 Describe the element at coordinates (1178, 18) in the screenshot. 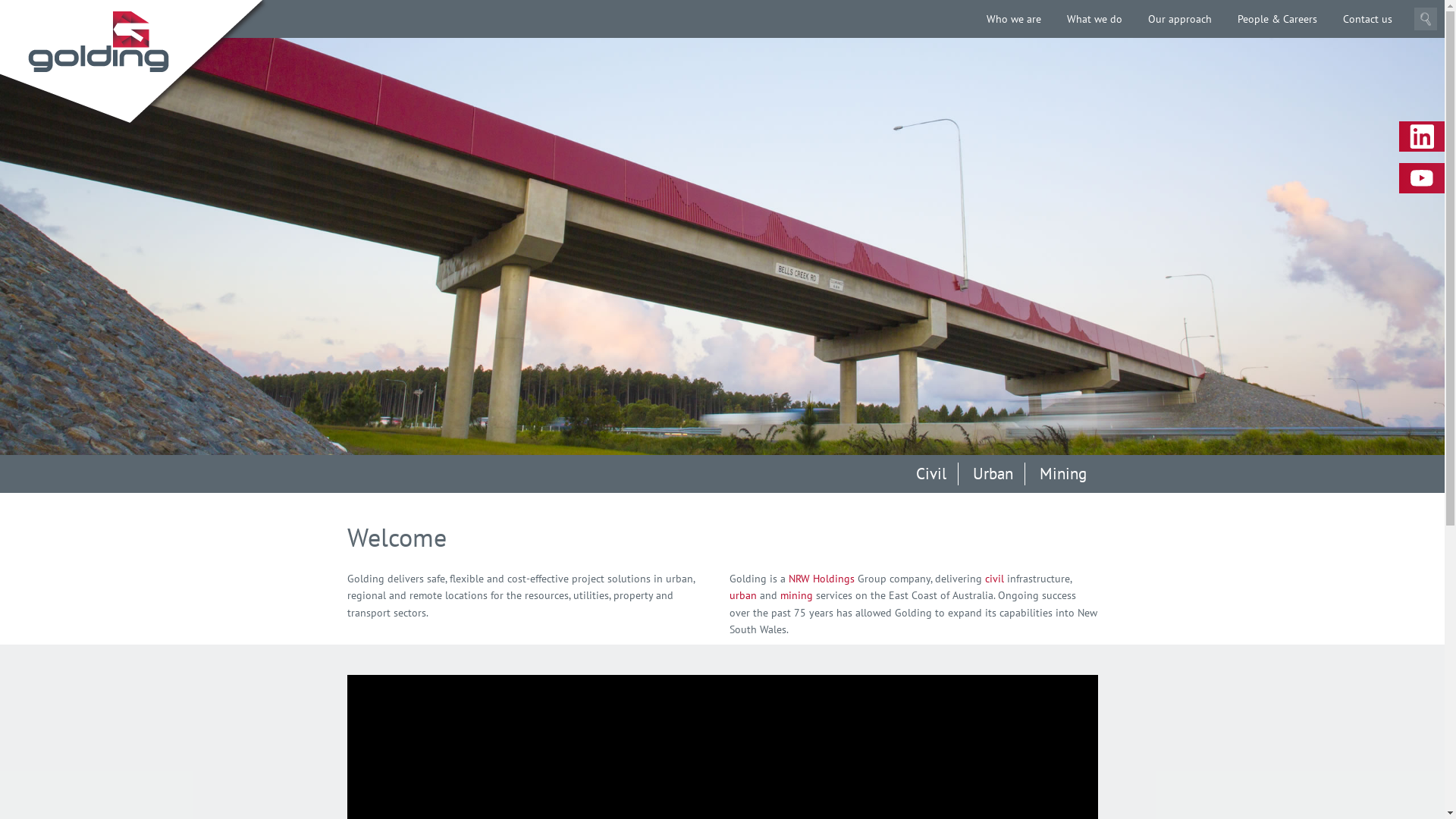

I see `'Our approach'` at that location.